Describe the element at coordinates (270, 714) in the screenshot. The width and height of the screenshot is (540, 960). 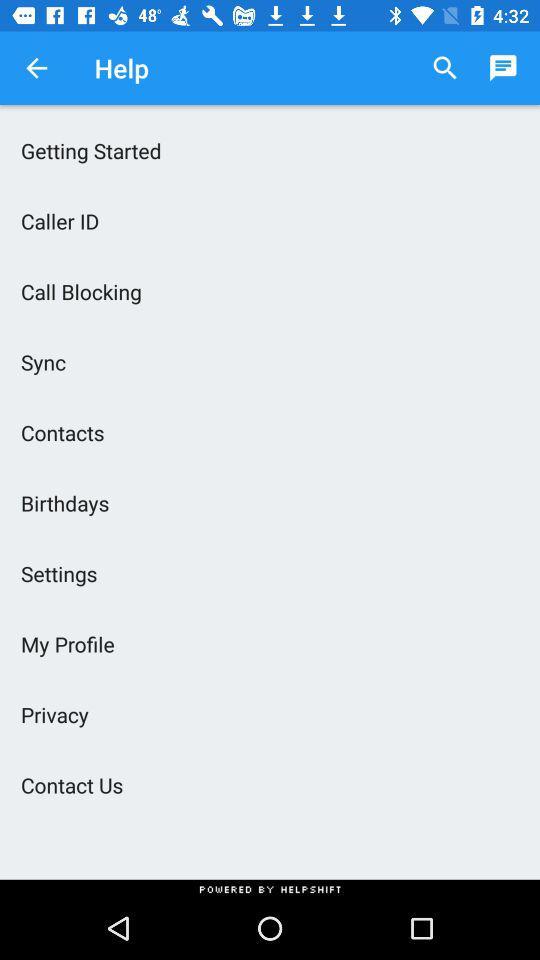
I see `privacy icon` at that location.